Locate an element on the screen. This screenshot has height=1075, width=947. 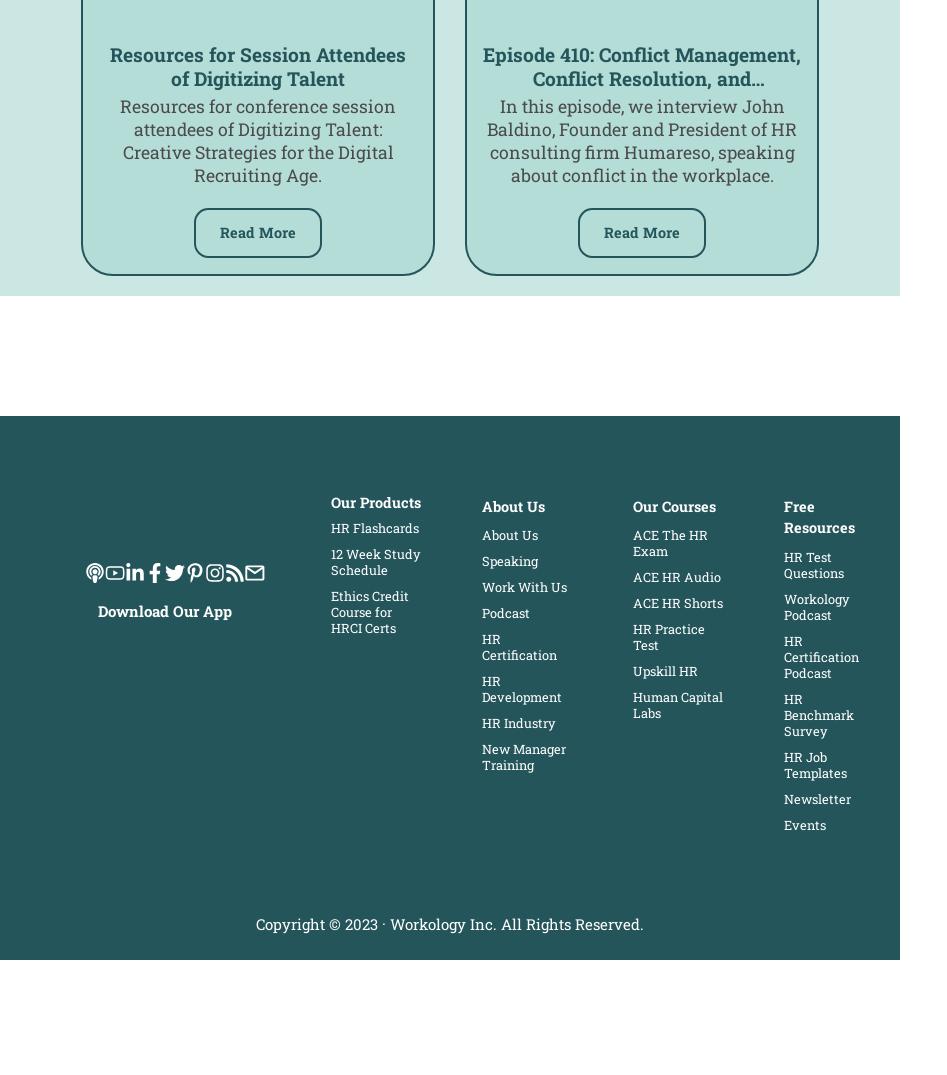
'Events' is located at coordinates (805, 822).